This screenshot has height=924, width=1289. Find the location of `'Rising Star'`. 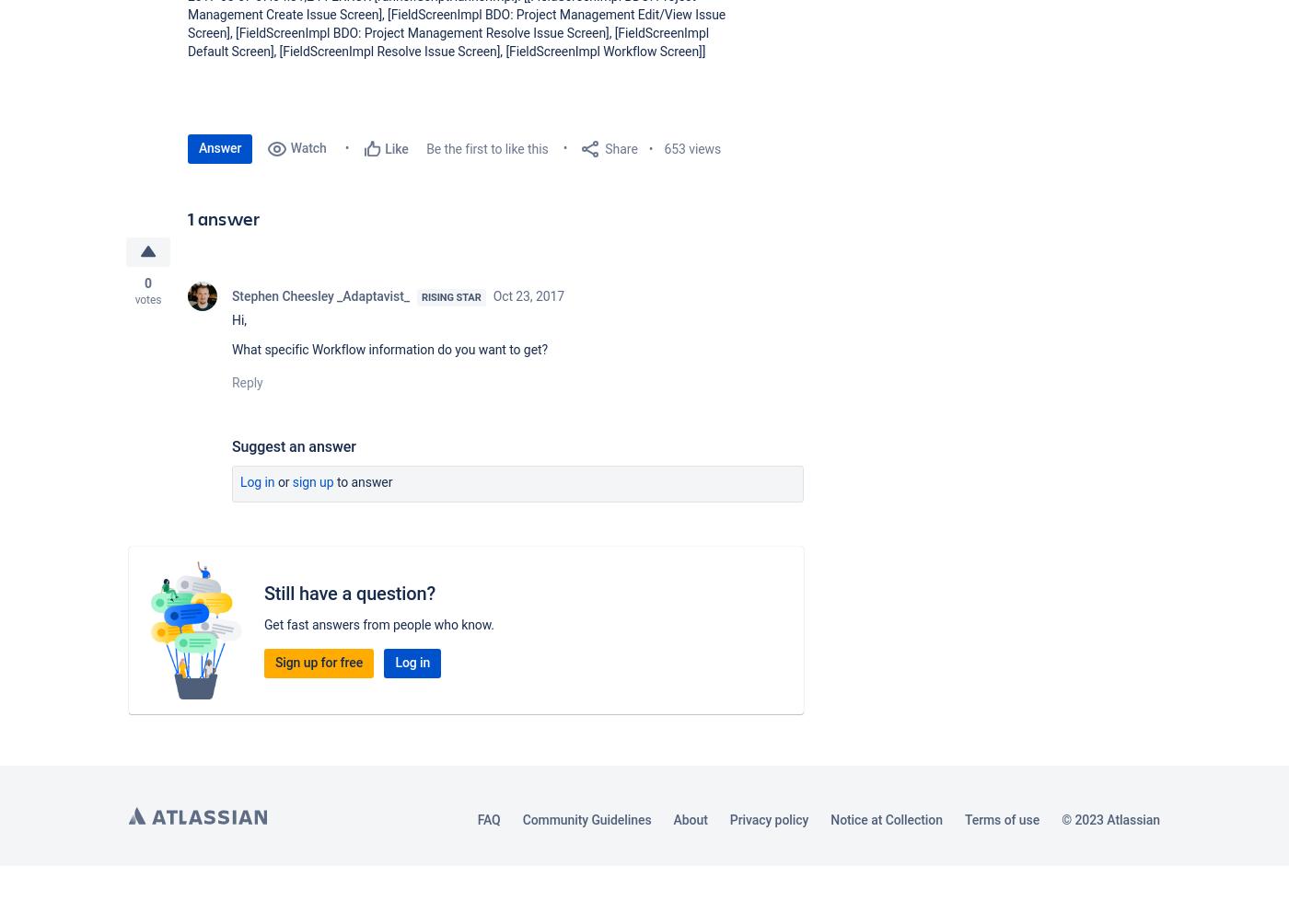

'Rising Star' is located at coordinates (420, 297).